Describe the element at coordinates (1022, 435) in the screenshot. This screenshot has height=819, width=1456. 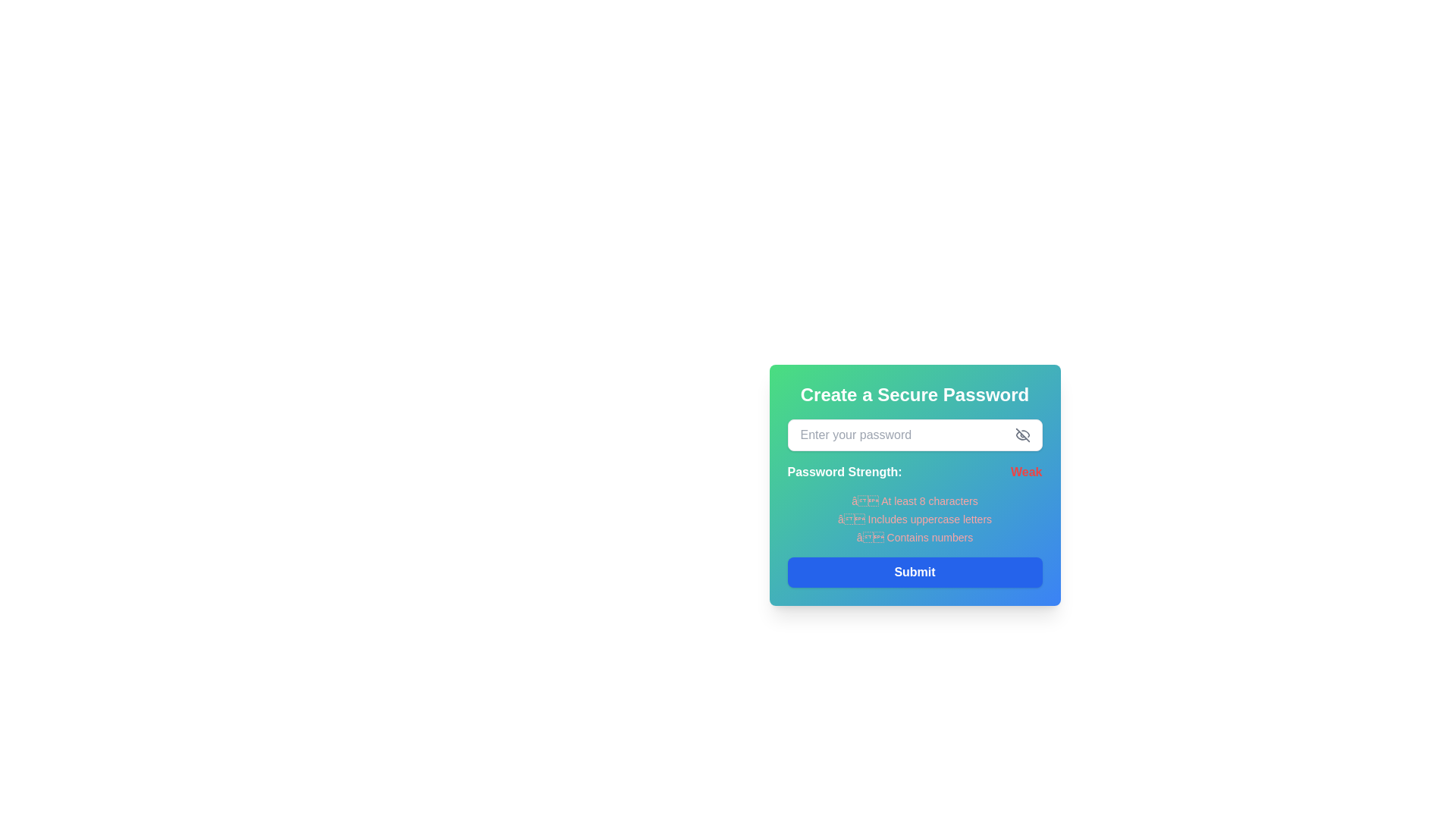
I see `the 'visibility off' icon resembling an eye with a diagonal line crossing it, located at the far-right side of the password input field` at that location.